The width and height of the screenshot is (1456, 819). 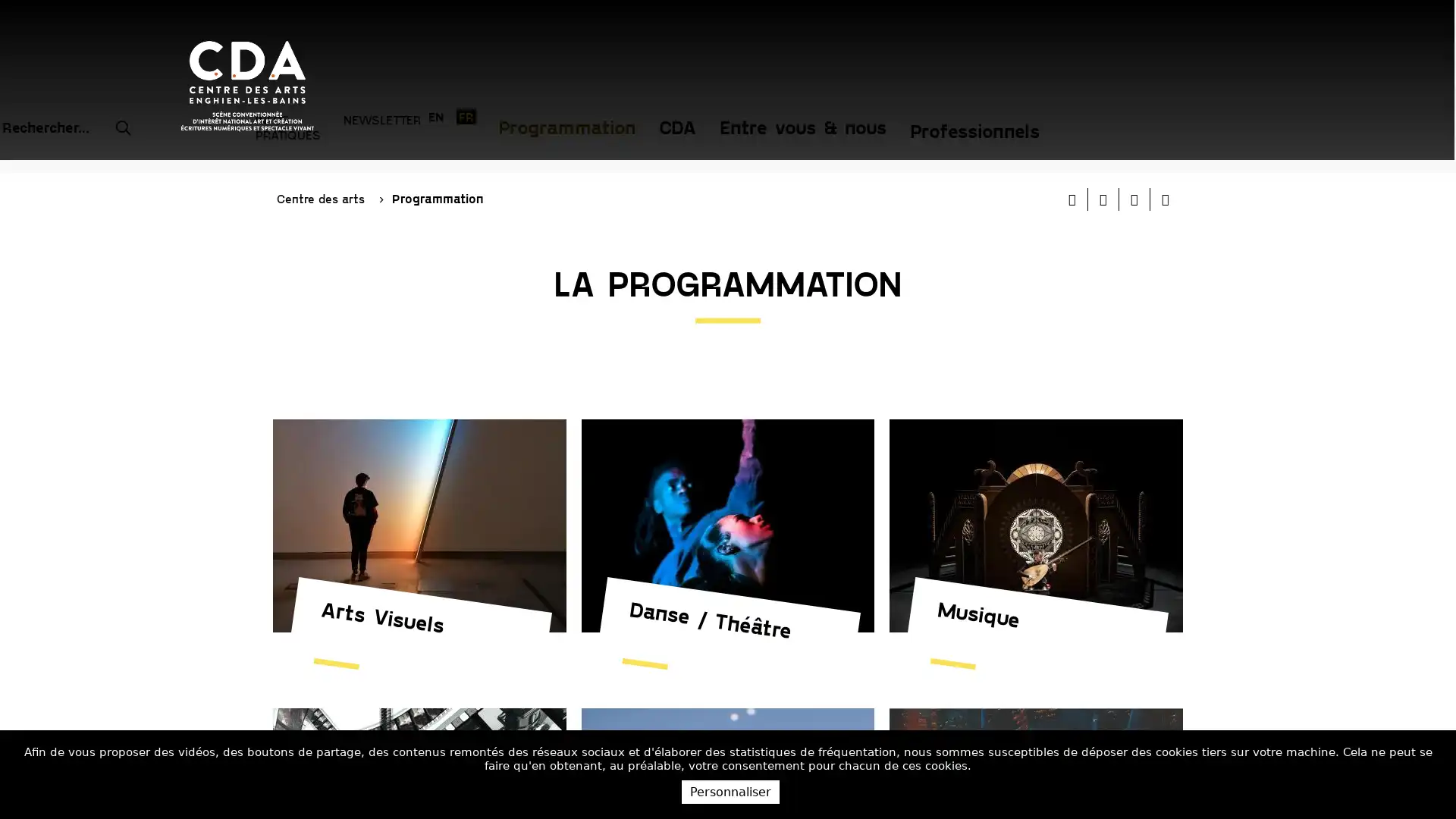 What do you see at coordinates (1164, 149) in the screenshot?
I see `Partager cette page` at bounding box center [1164, 149].